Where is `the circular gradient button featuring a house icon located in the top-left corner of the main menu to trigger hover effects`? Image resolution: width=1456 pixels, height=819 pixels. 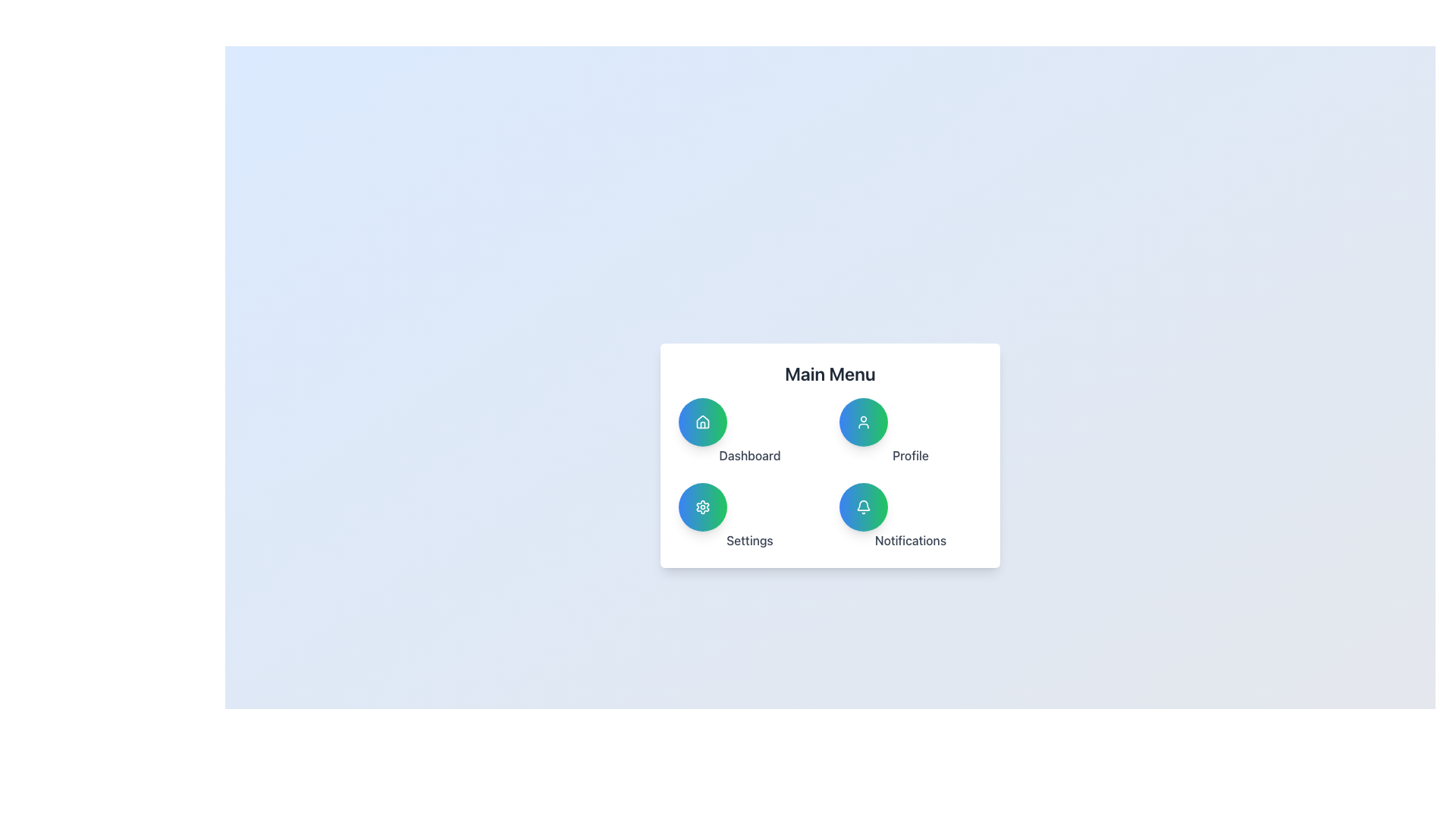 the circular gradient button featuring a house icon located in the top-left corner of the main menu to trigger hover effects is located at coordinates (701, 422).